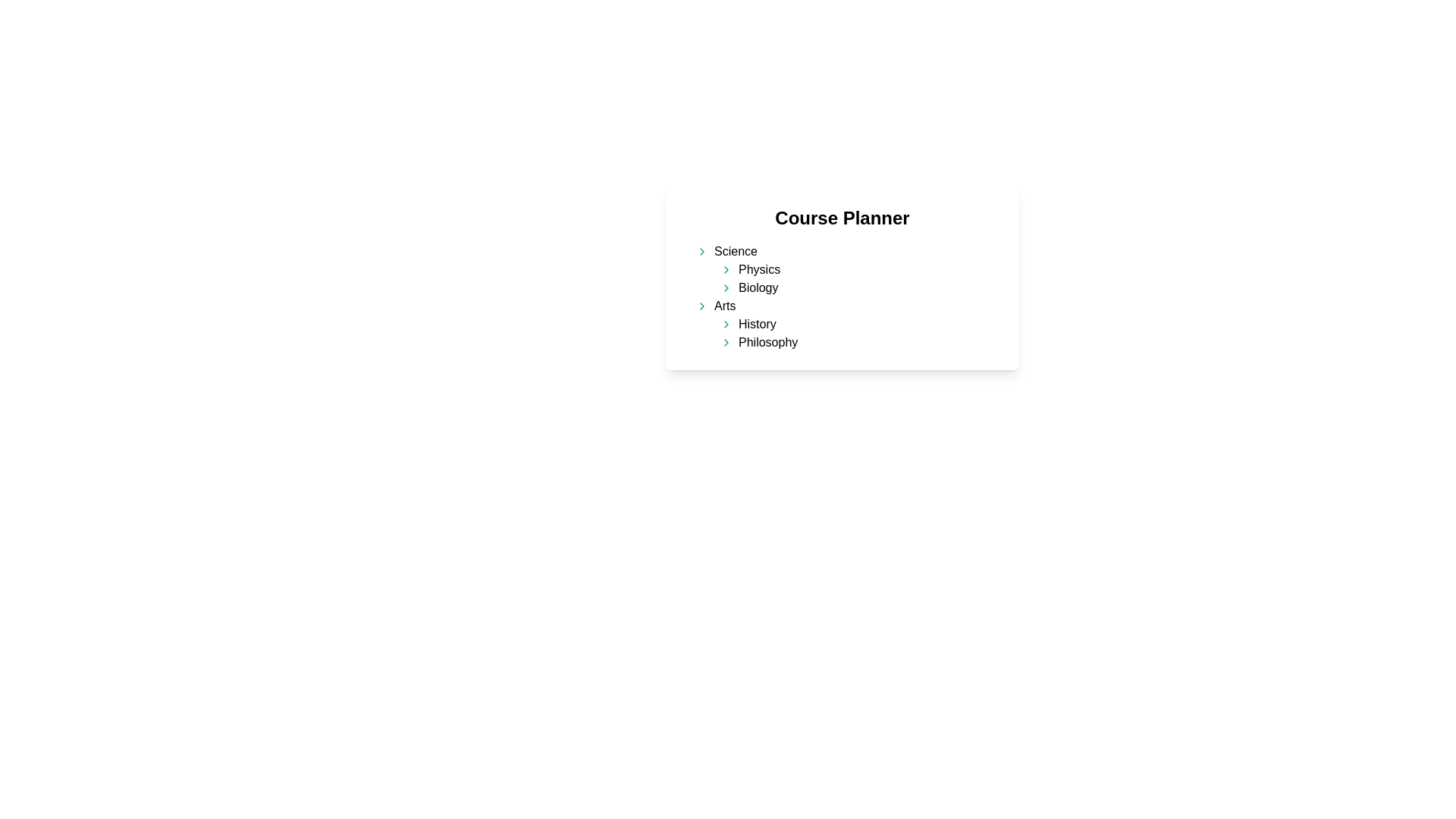  What do you see at coordinates (860, 324) in the screenshot?
I see `the 'History' menu item located at the top of the 'Arts' category in the 'Course Planner' section` at bounding box center [860, 324].